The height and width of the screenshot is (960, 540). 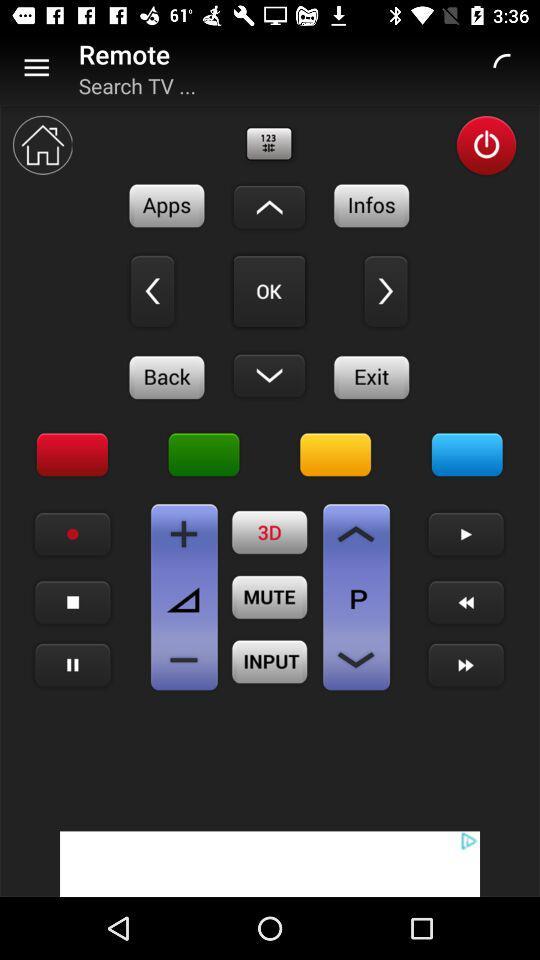 I want to click on stop video playback, so click(x=72, y=601).